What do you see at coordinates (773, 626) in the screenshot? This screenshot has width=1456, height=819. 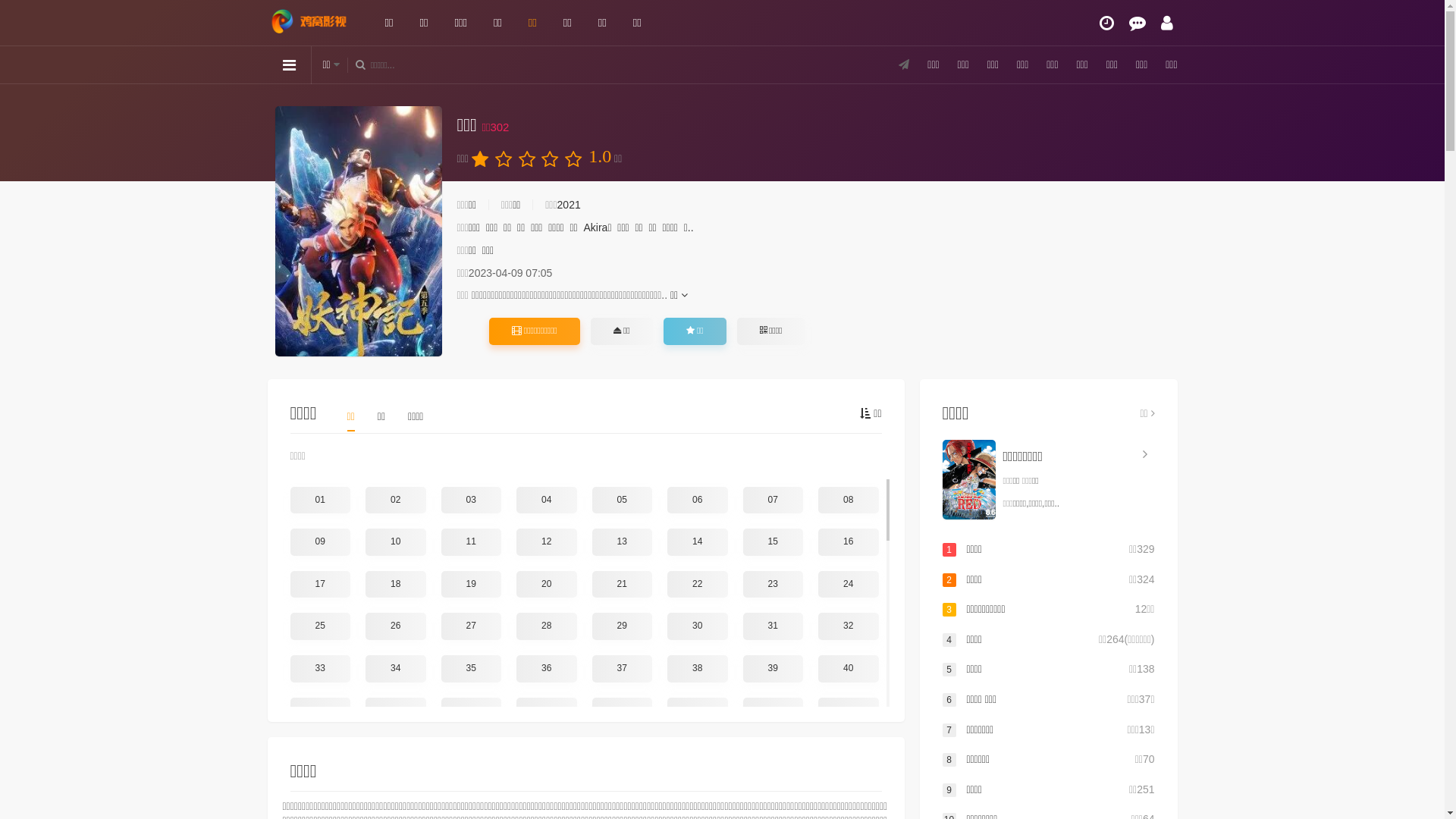 I see `'31'` at bounding box center [773, 626].